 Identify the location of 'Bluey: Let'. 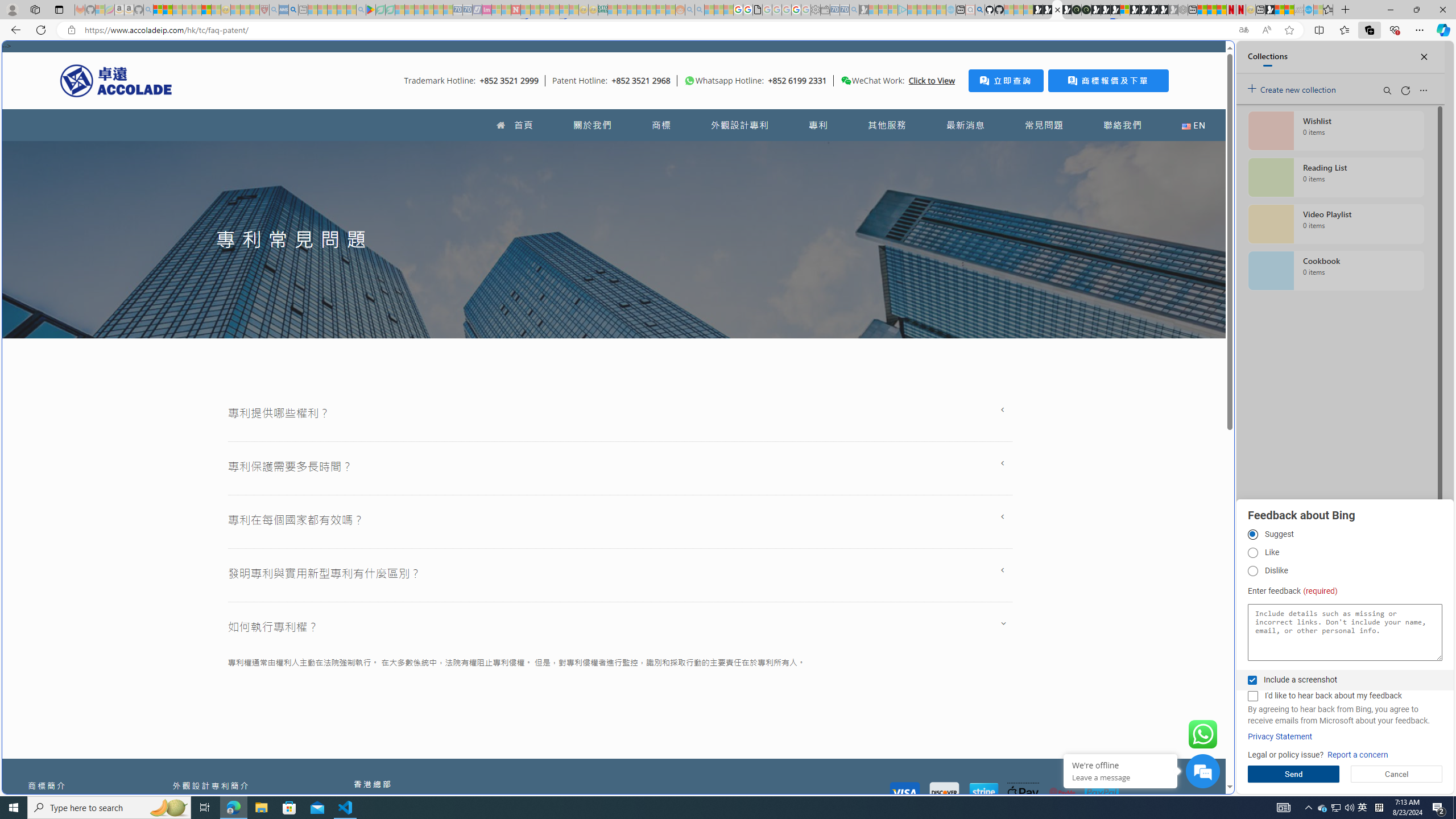
(370, 9).